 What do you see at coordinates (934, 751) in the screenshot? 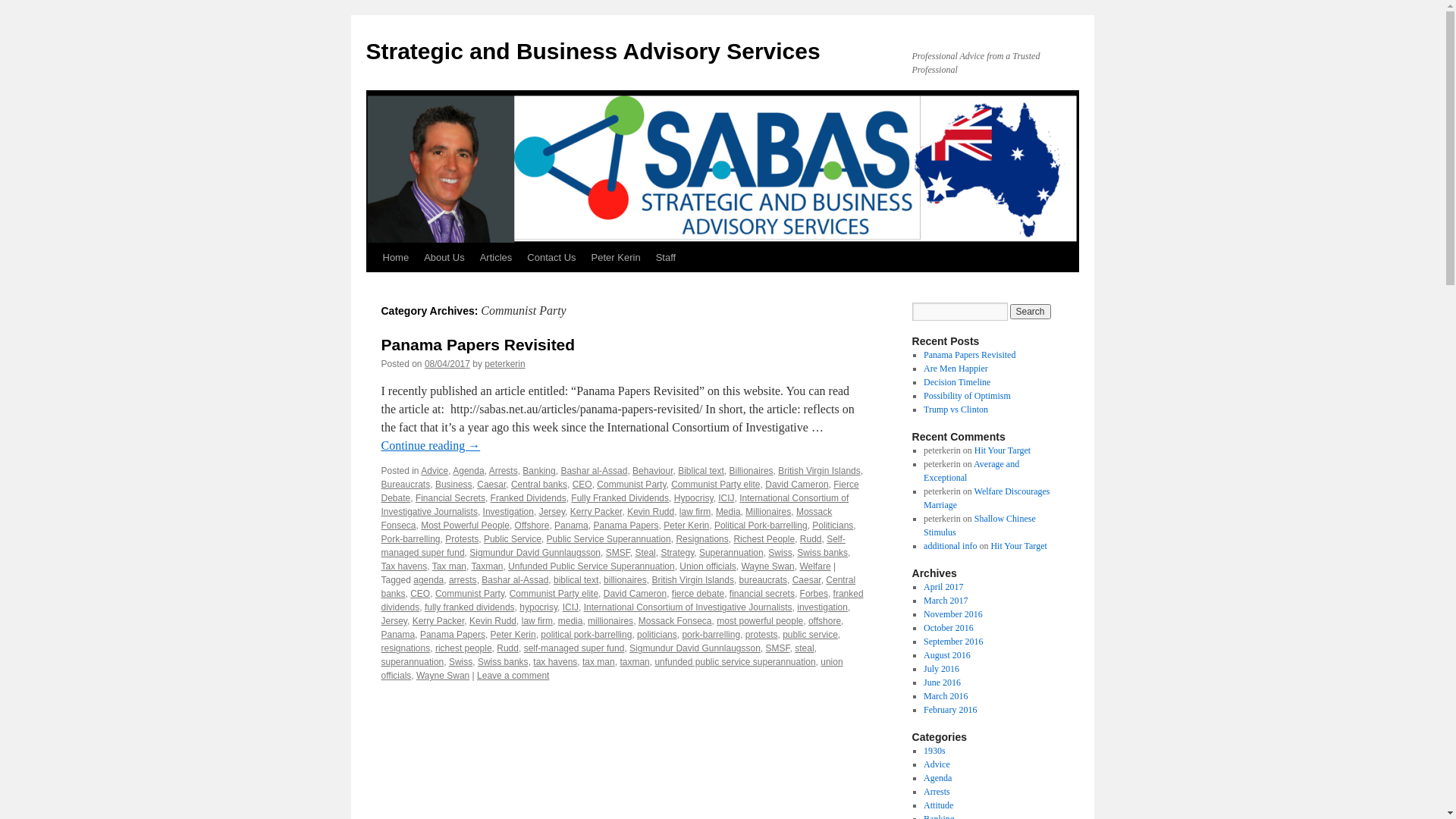
I see `'1930s'` at bounding box center [934, 751].